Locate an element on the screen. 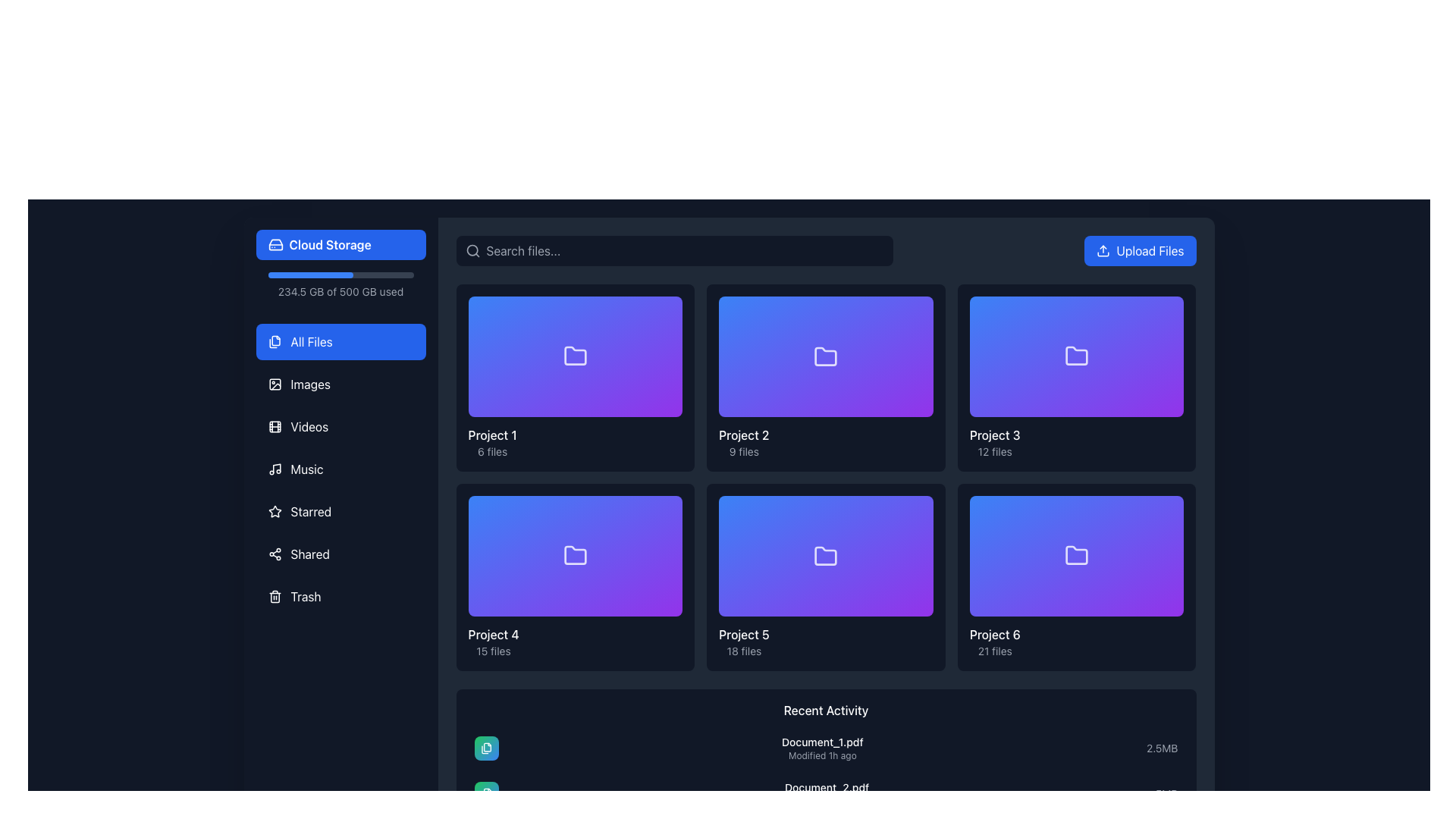 The image size is (1456, 819). the folder icon labeled 'Project 5' under the 'All Files' section is located at coordinates (825, 555).